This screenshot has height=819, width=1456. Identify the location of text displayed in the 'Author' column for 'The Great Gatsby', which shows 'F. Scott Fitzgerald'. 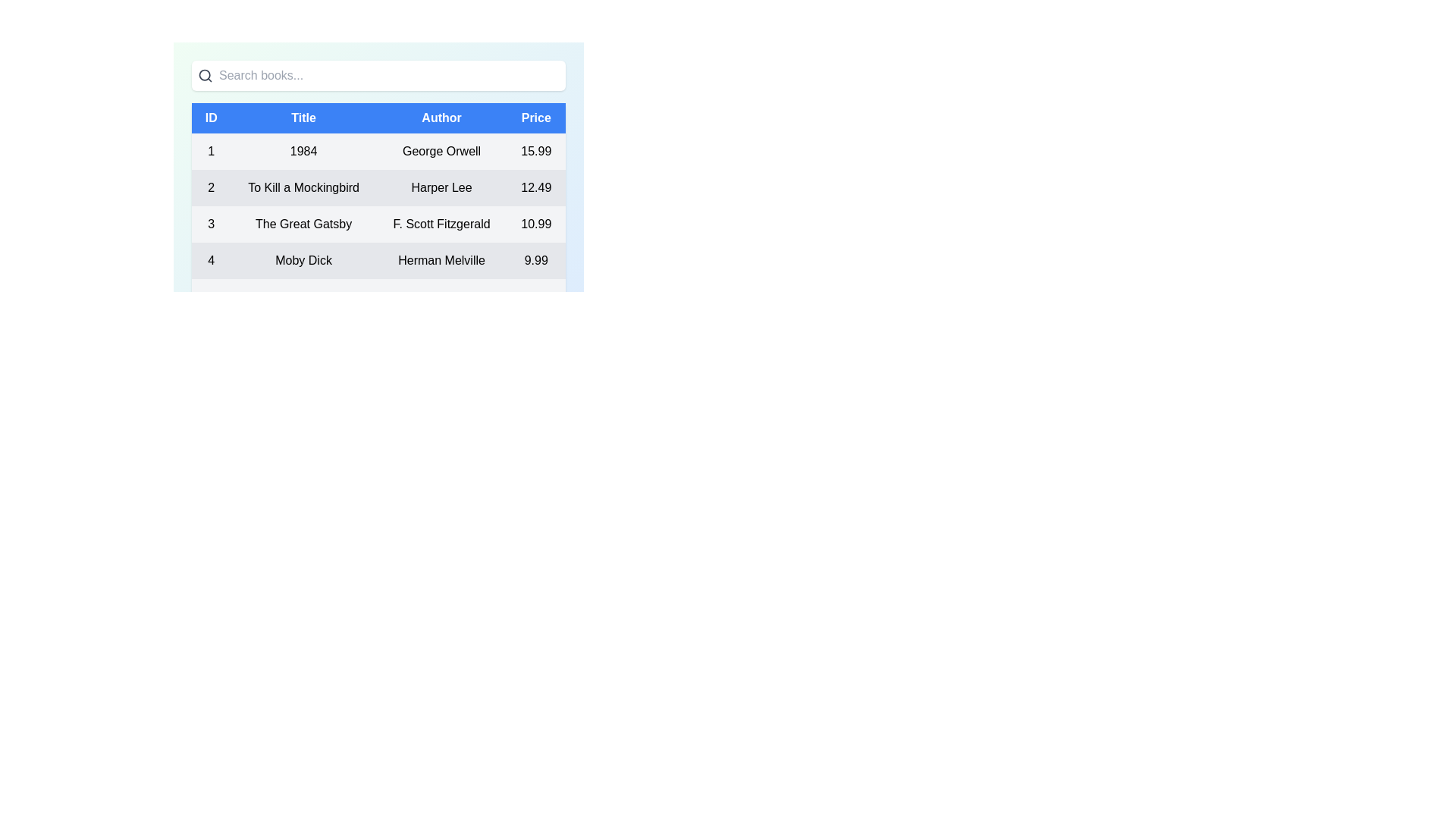
(441, 224).